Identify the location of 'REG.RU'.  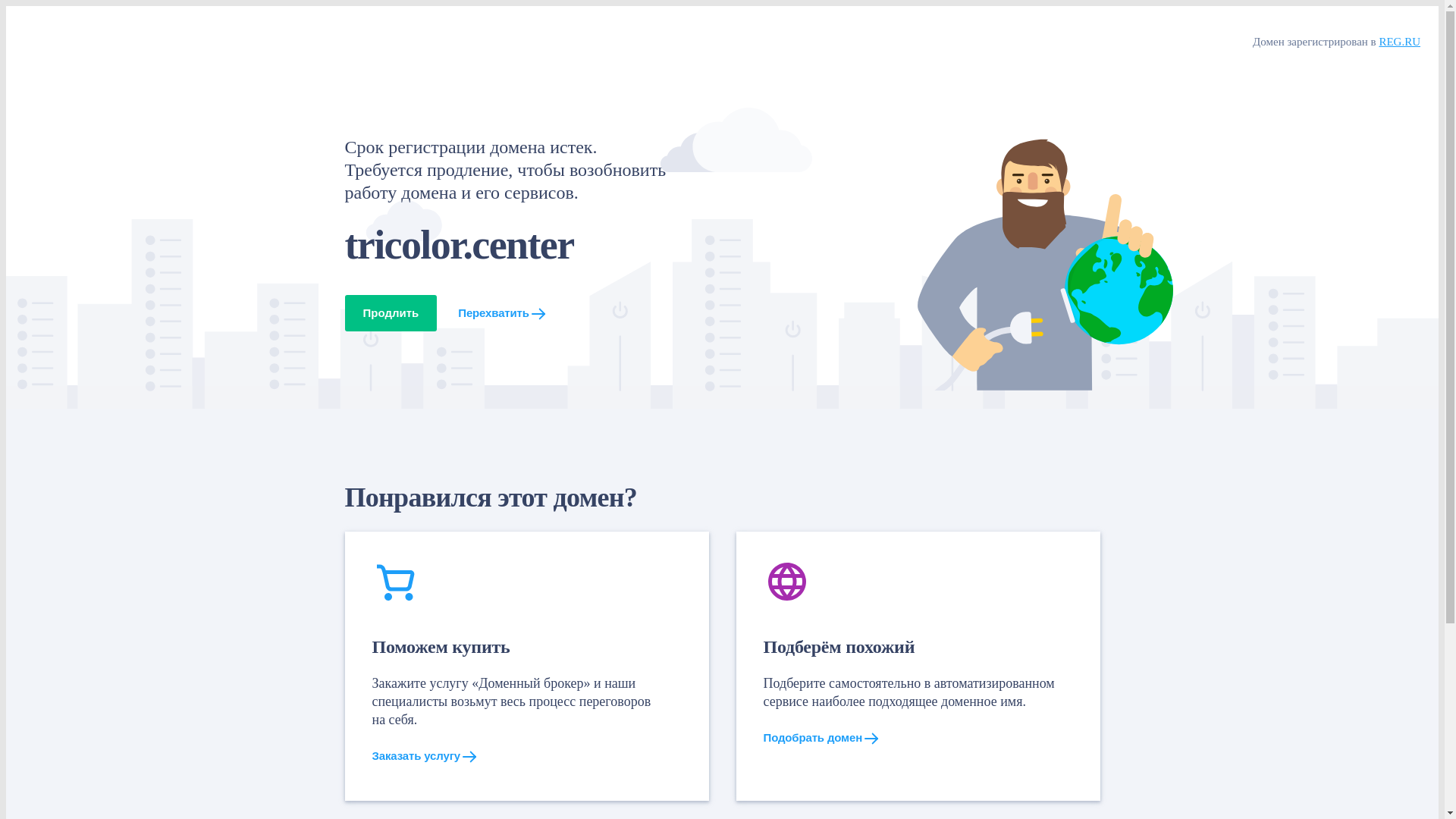
(1398, 40).